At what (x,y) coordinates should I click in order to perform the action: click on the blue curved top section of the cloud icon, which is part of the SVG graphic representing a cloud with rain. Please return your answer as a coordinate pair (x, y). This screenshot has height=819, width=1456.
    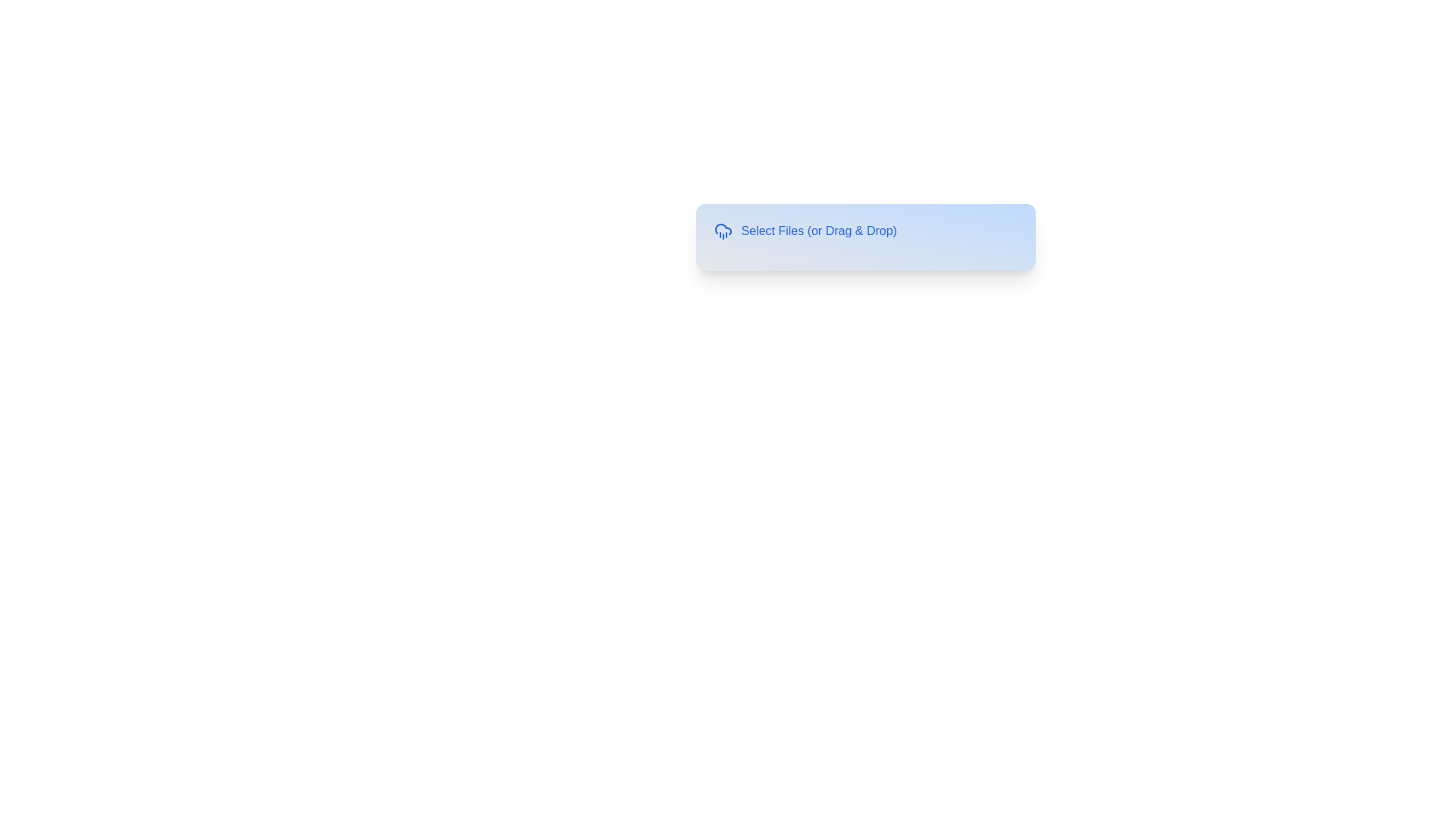
    Looking at the image, I should click on (722, 229).